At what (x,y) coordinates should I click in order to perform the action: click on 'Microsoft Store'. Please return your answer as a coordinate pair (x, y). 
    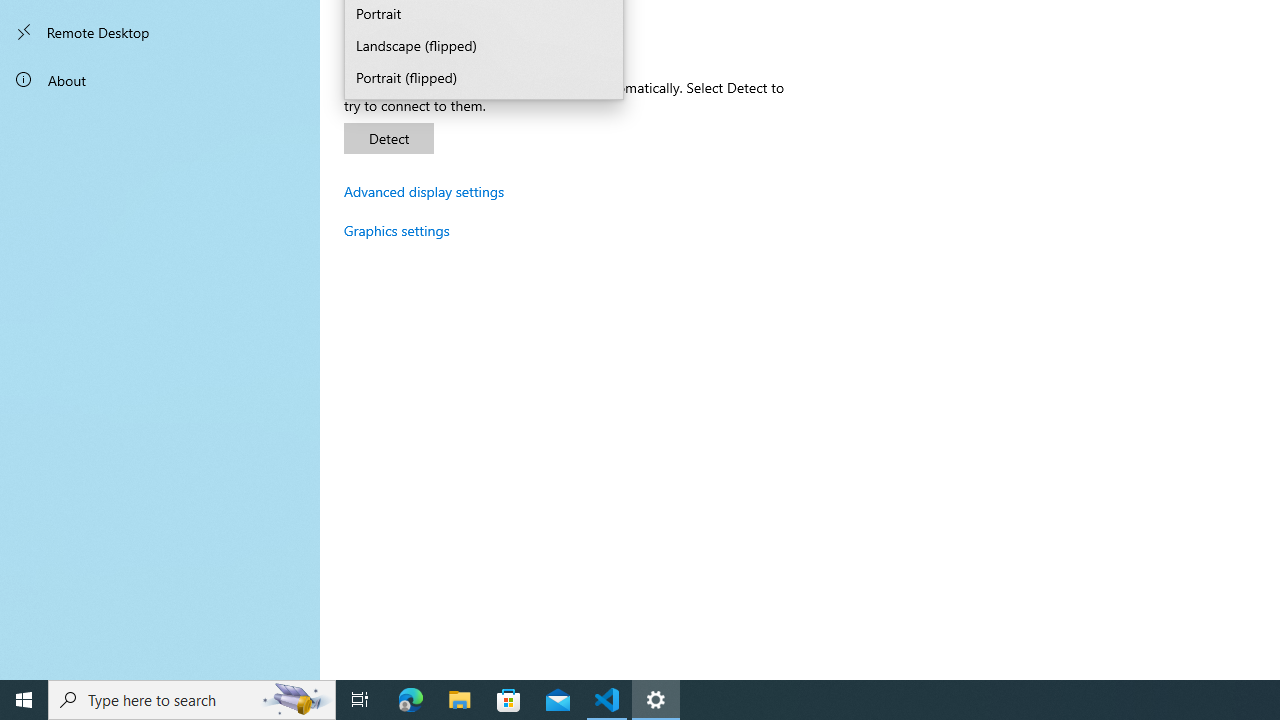
    Looking at the image, I should click on (509, 698).